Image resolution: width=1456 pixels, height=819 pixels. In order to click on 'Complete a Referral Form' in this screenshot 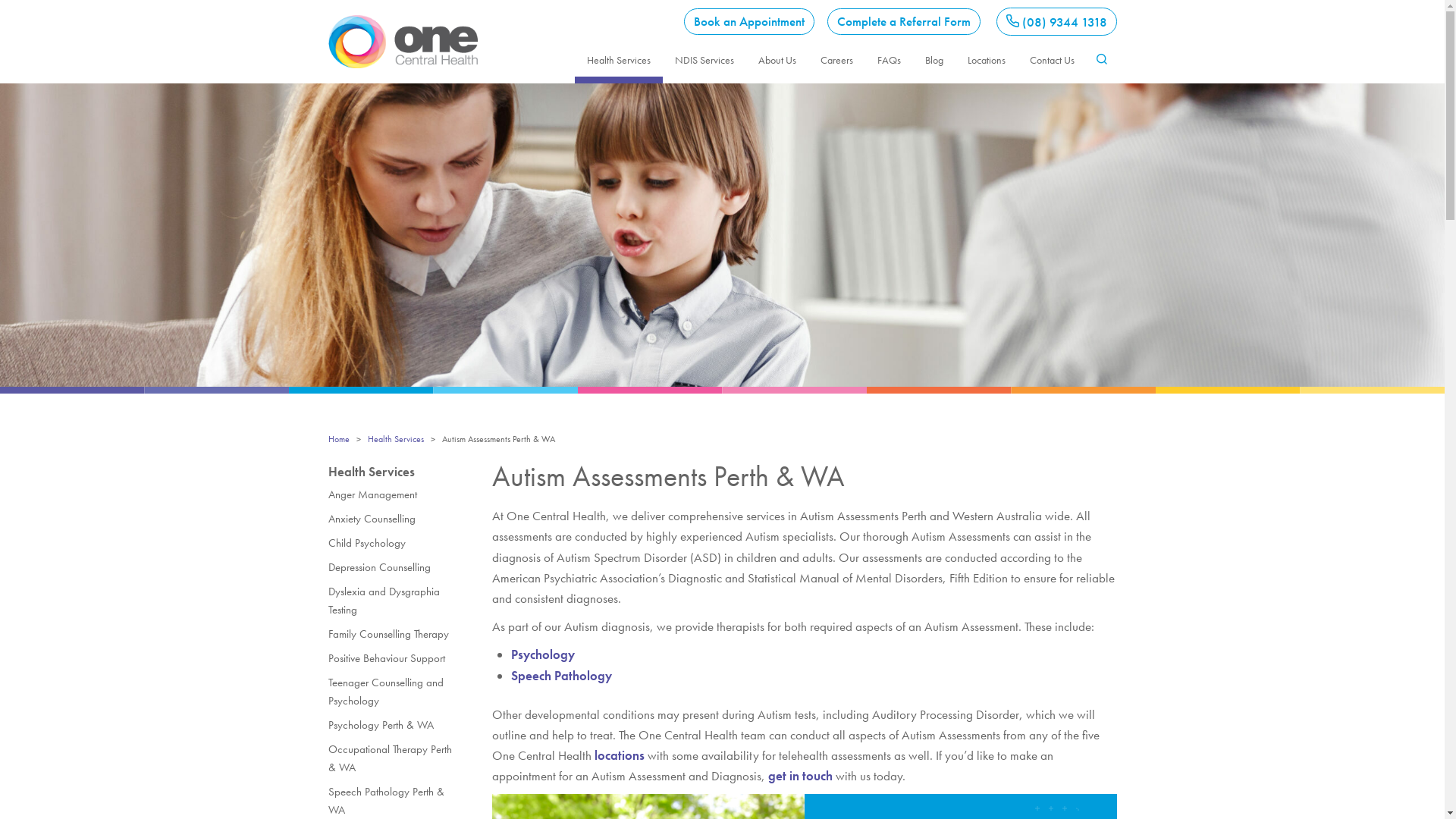, I will do `click(825, 21)`.